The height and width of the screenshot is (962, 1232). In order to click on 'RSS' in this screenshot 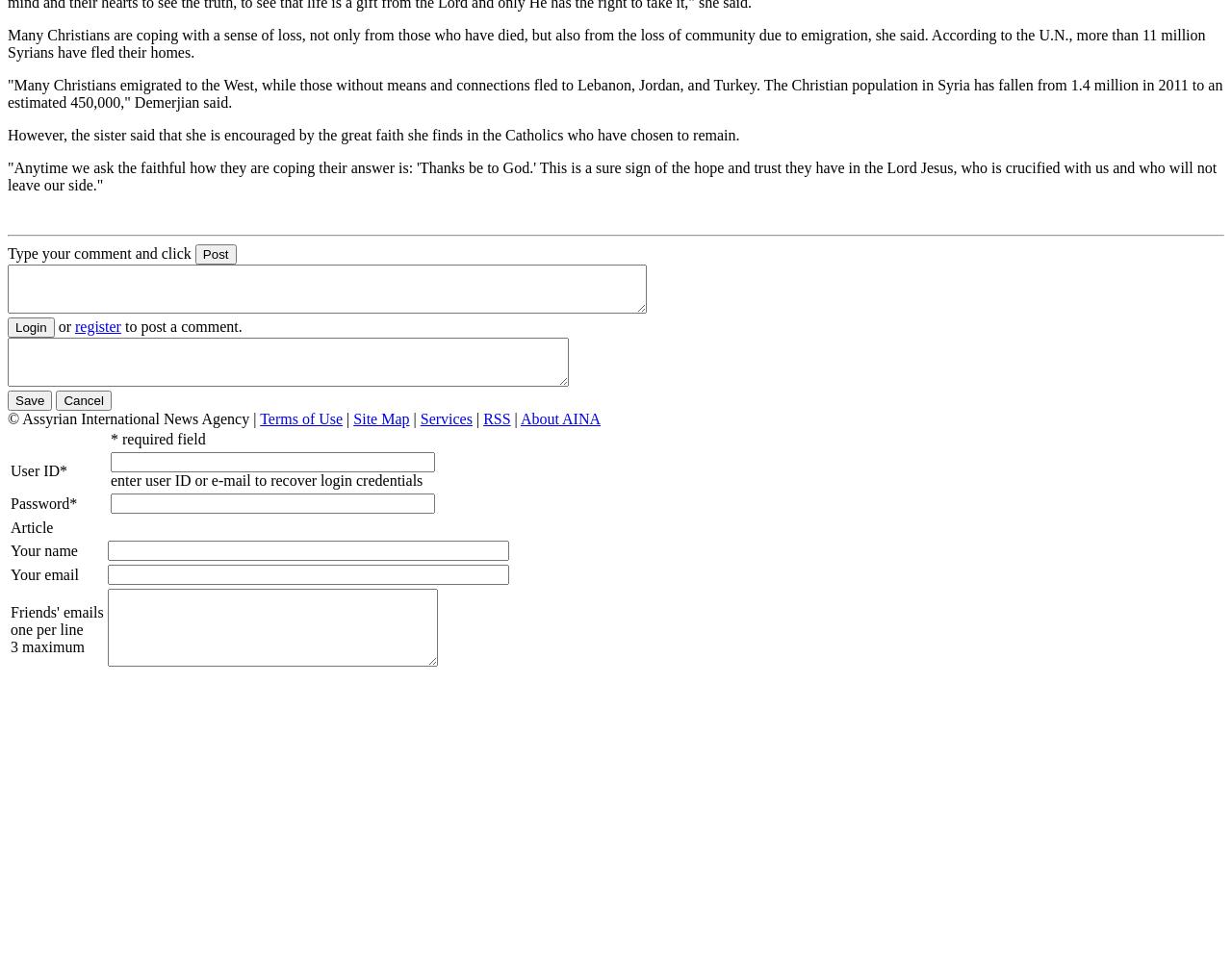, I will do `click(496, 418)`.